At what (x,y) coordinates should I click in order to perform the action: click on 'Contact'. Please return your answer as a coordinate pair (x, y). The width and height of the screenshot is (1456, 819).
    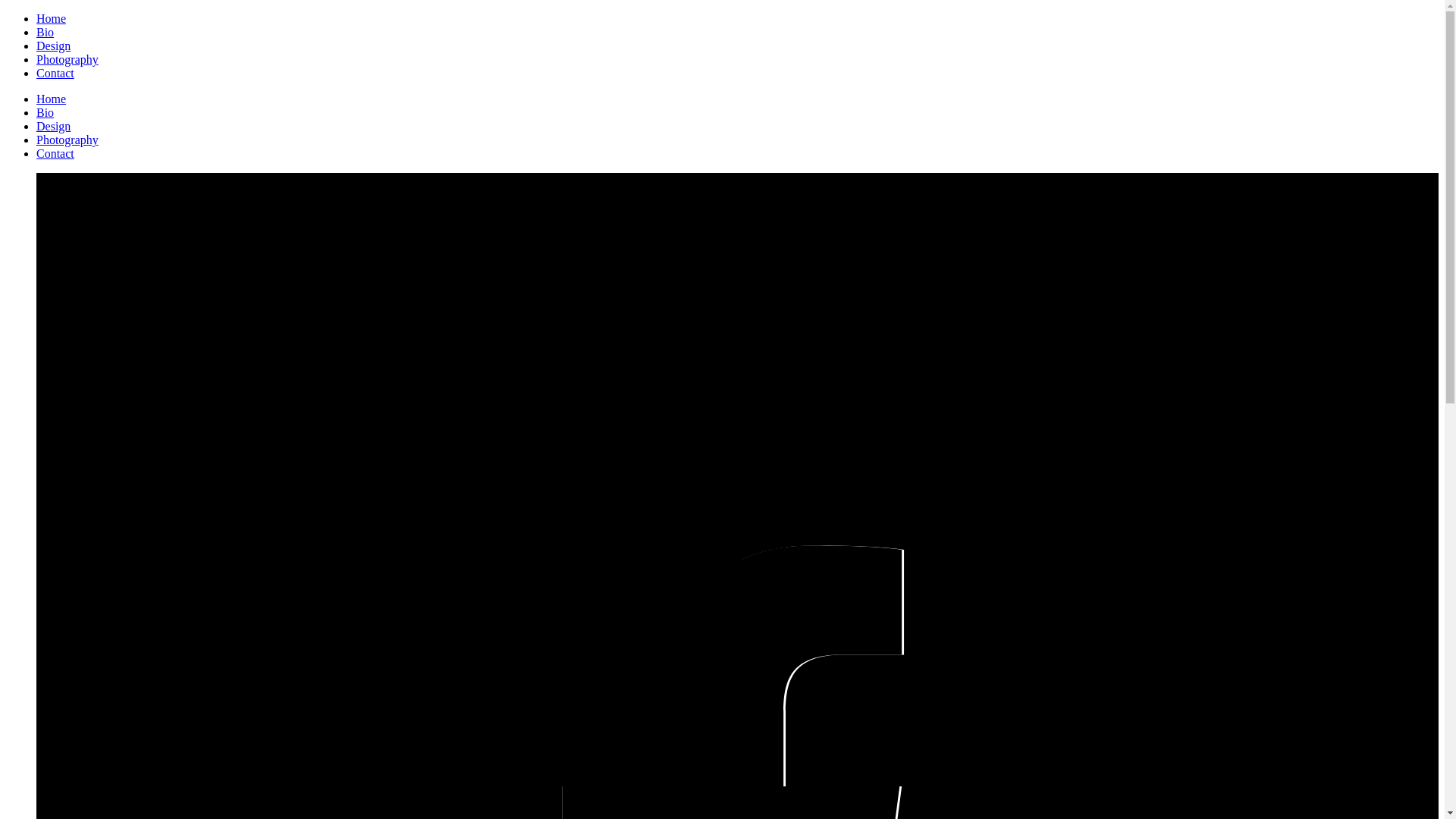
    Looking at the image, I should click on (55, 153).